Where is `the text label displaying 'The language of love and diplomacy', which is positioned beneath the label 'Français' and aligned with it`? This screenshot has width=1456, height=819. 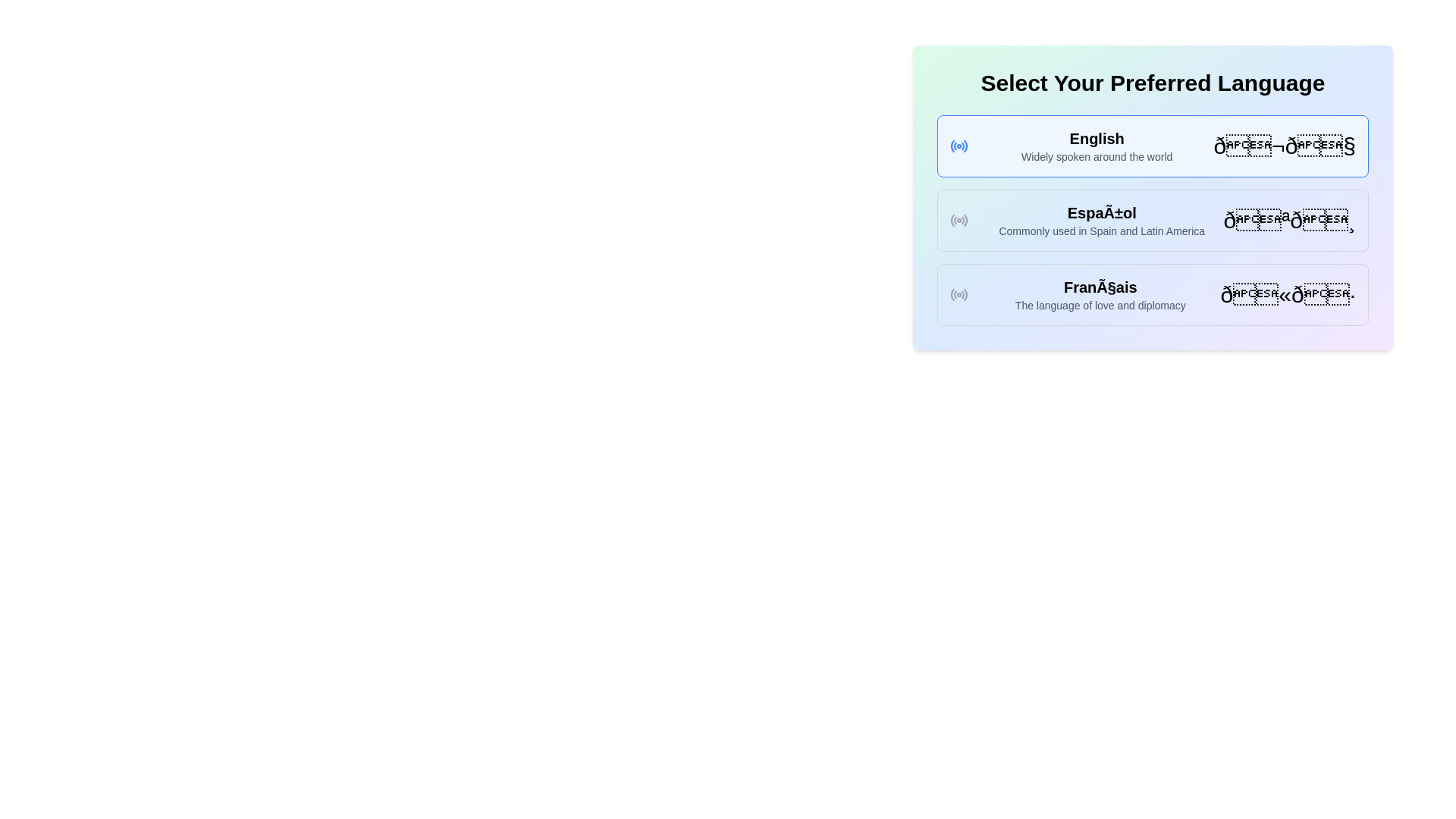
the text label displaying 'The language of love and diplomacy', which is positioned beneath the label 'Français' and aligned with it is located at coordinates (1100, 305).